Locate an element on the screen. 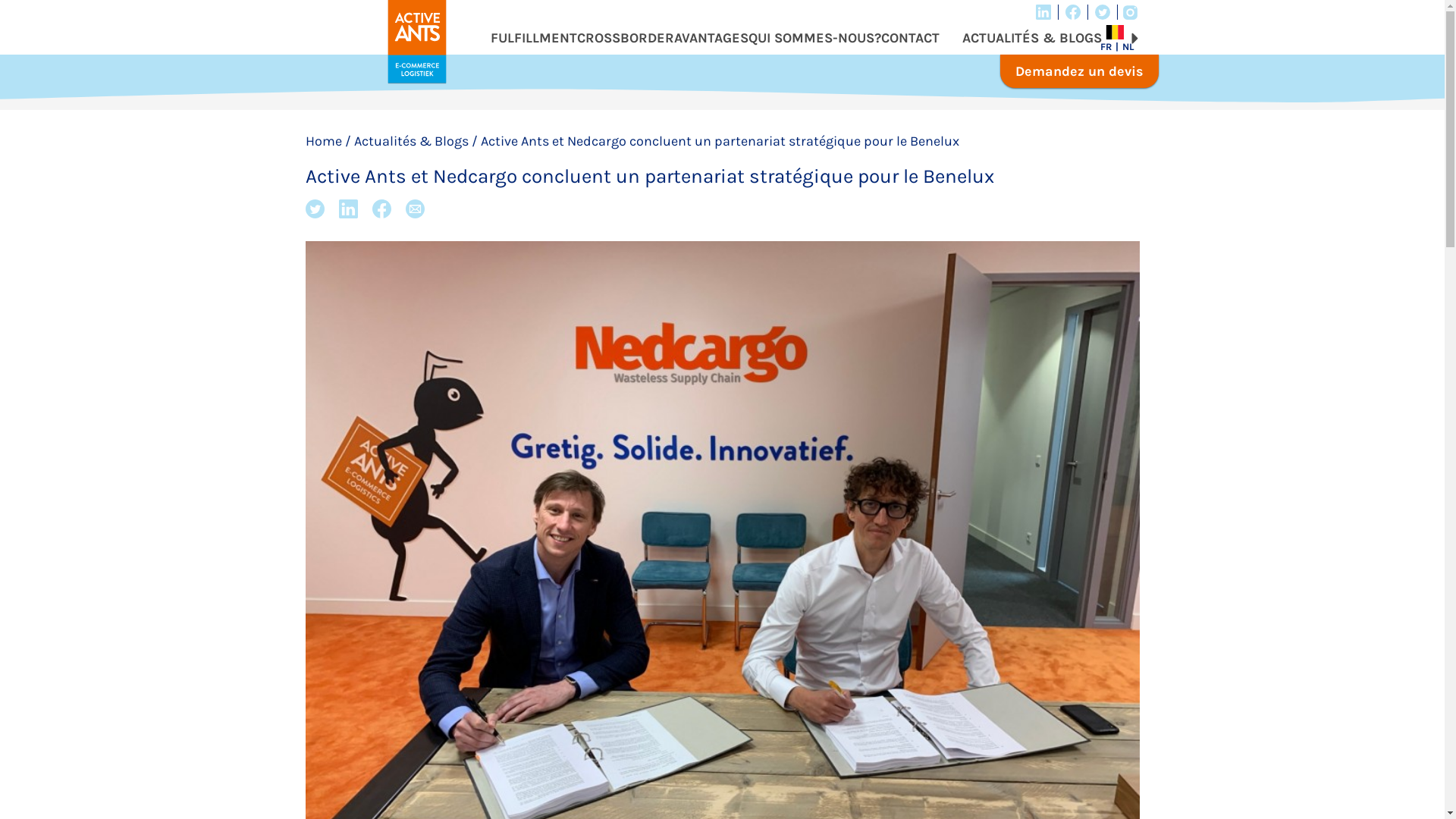 The height and width of the screenshot is (819, 1456). 'FULFILLMENT' is located at coordinates (532, 37).